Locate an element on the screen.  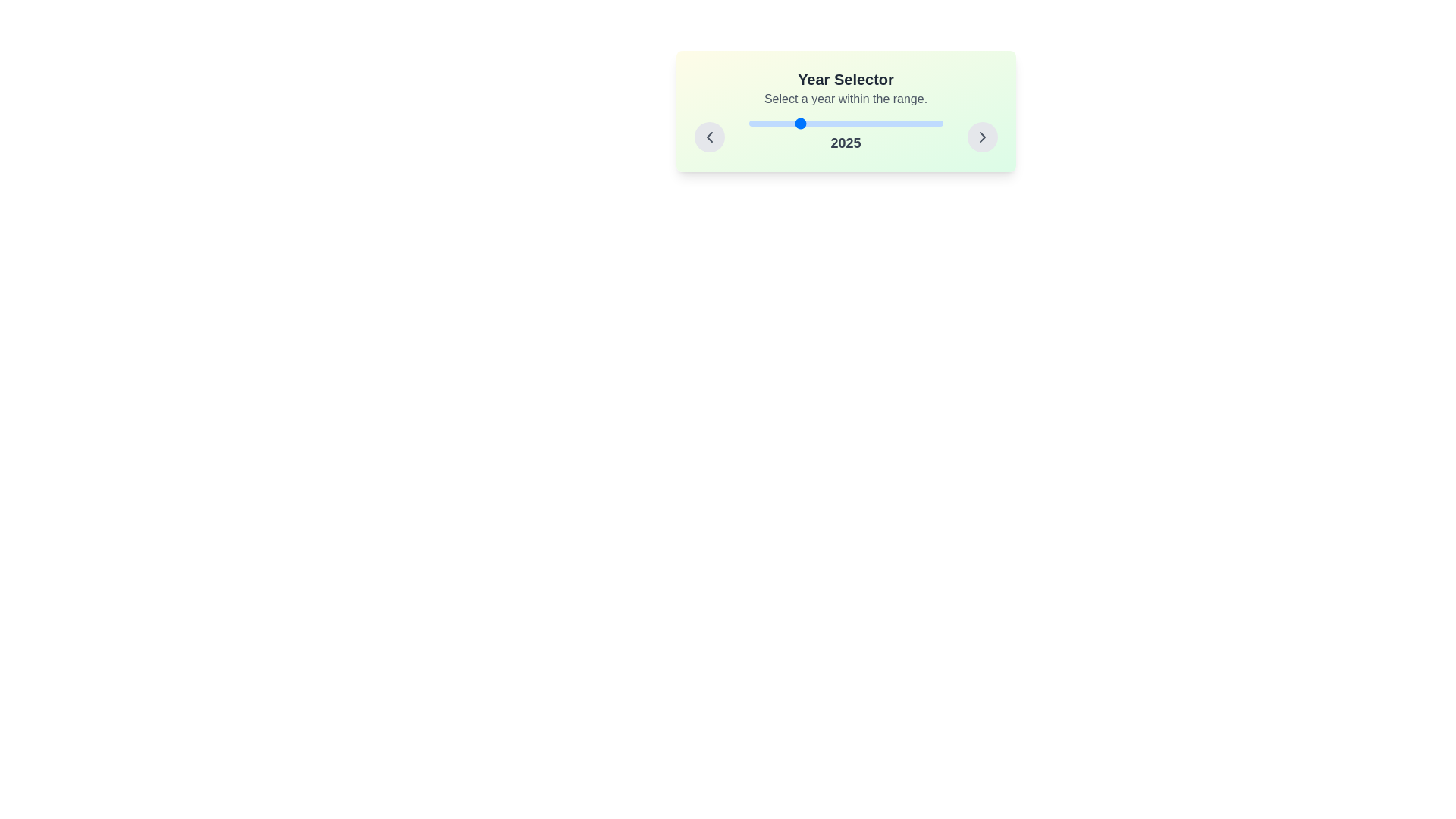
the year display text to interact with it is located at coordinates (845, 137).